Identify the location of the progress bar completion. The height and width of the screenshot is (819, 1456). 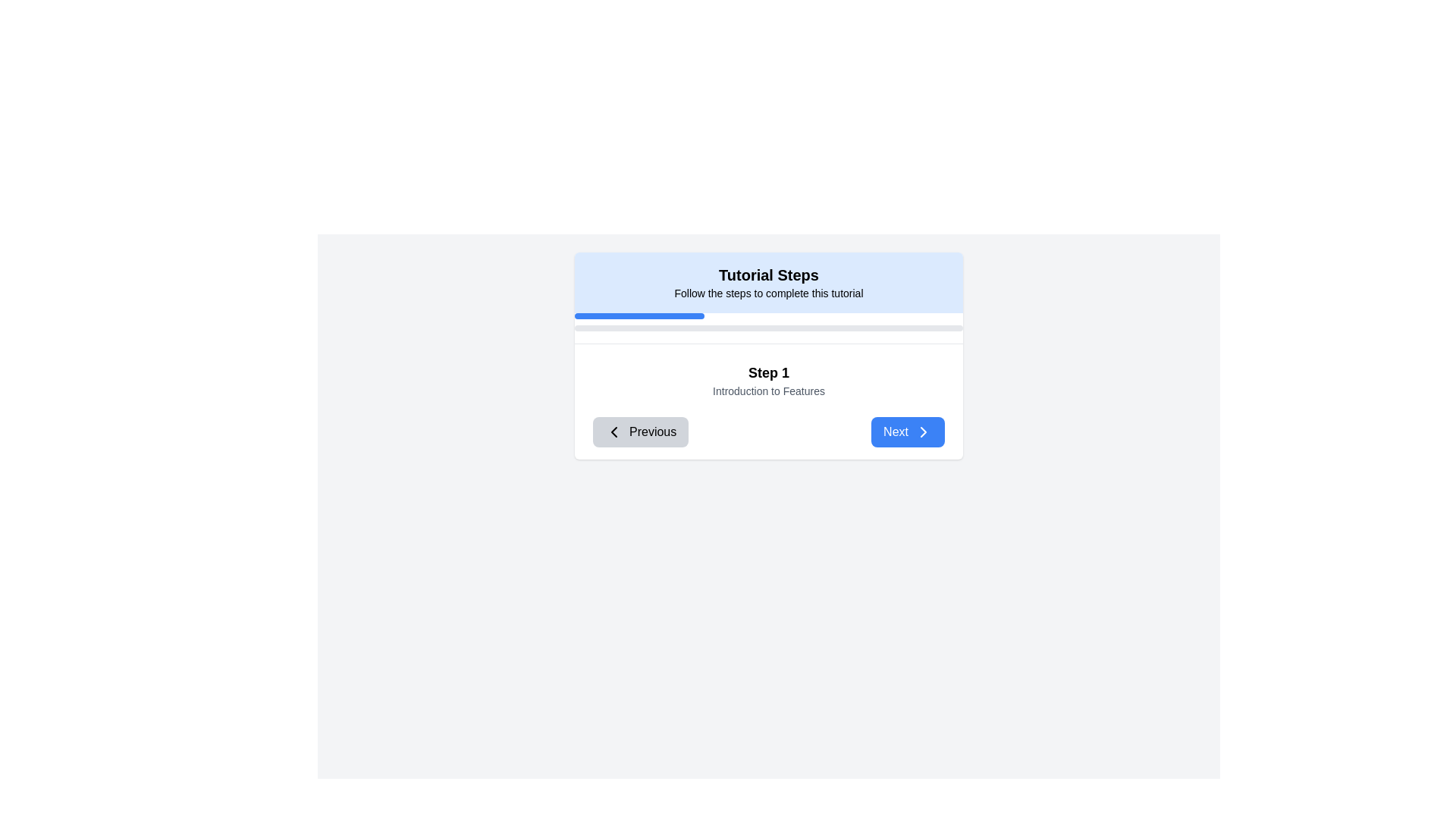
(954, 327).